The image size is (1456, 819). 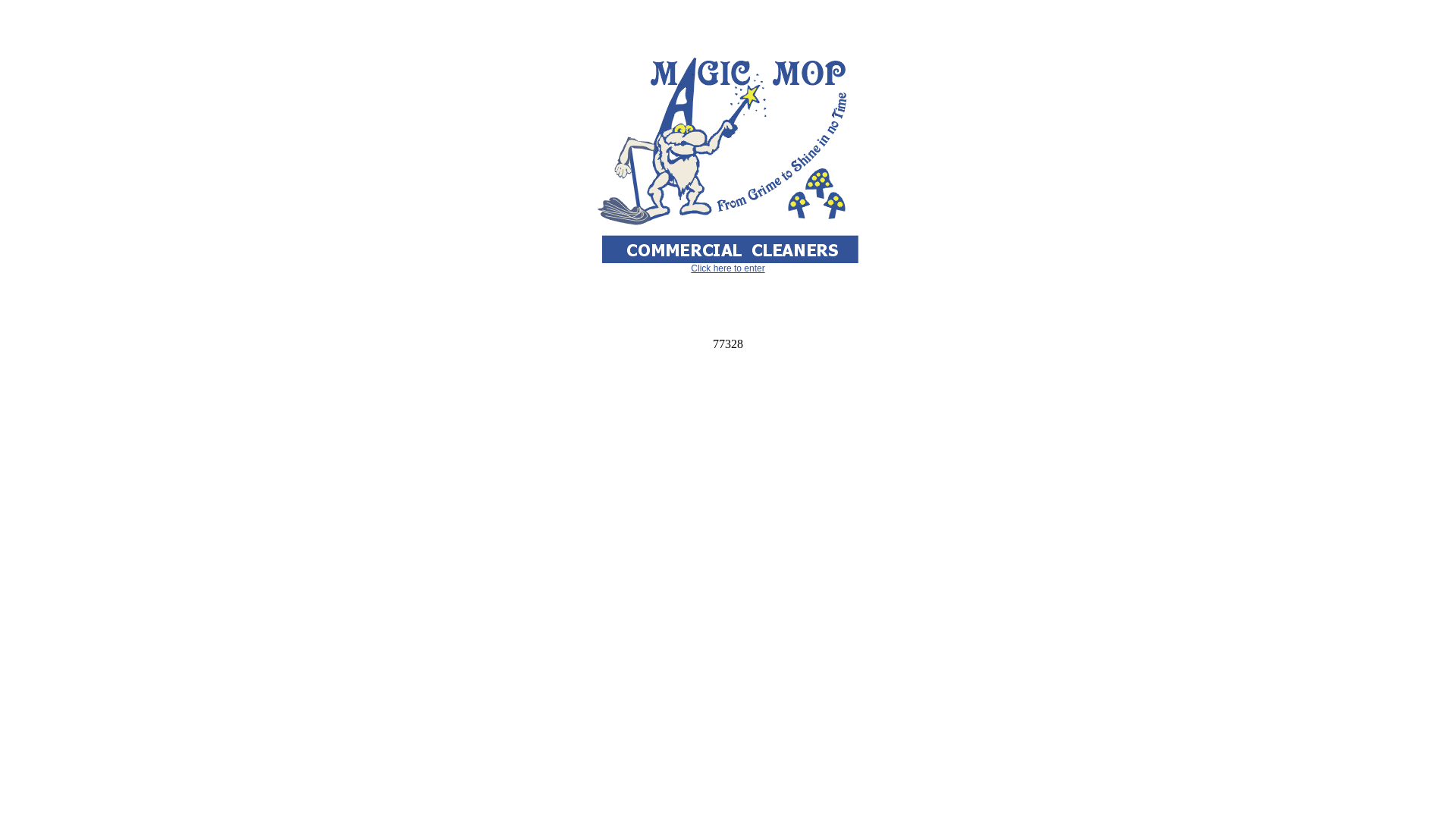 I want to click on 'Click here to enter', so click(x=726, y=268).